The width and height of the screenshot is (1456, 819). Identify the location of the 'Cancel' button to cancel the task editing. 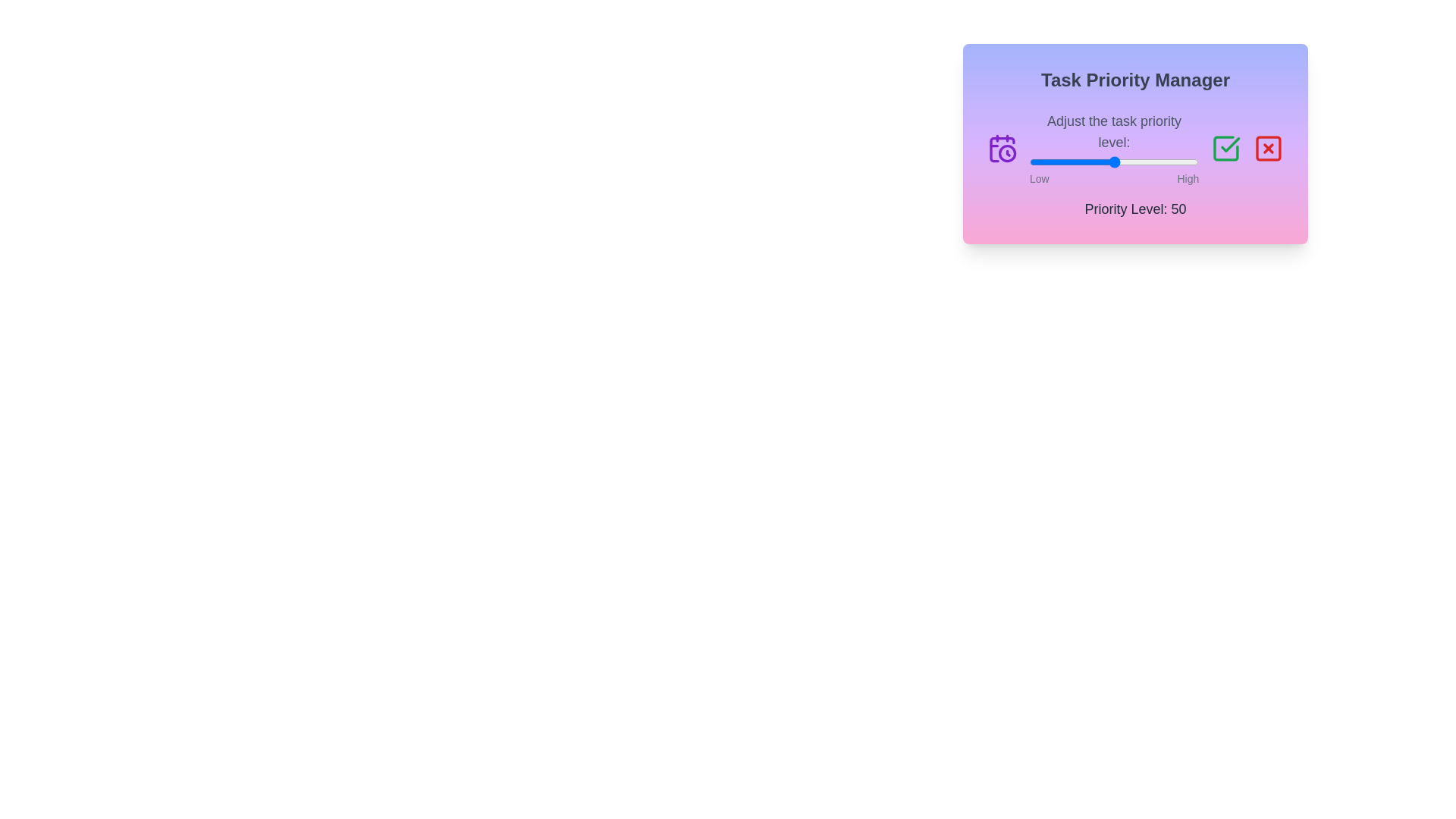
(1269, 149).